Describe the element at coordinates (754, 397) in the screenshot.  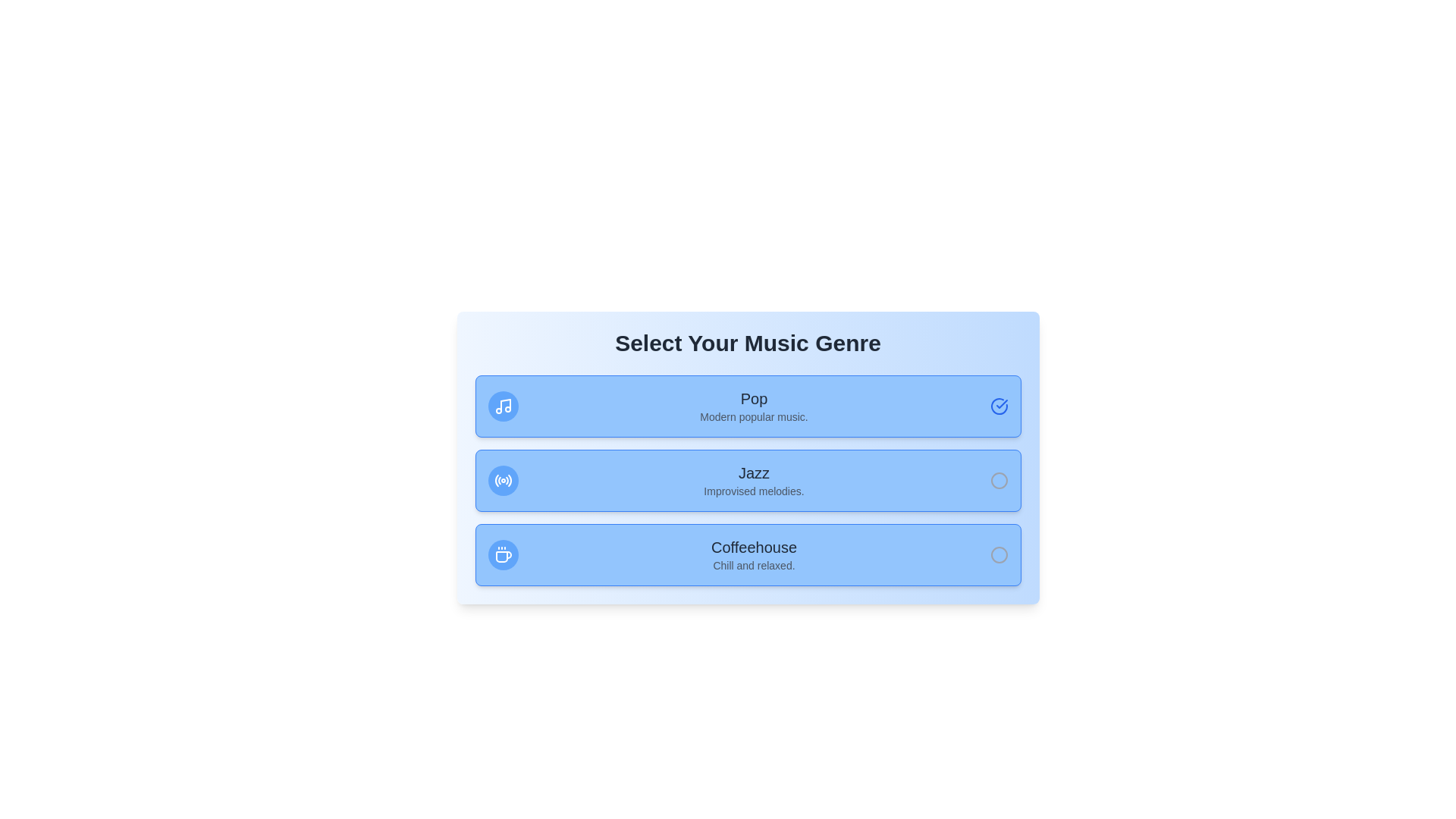
I see `the bold text label displaying the word 'Pop' to identify the genre in the music genre selection interface` at that location.